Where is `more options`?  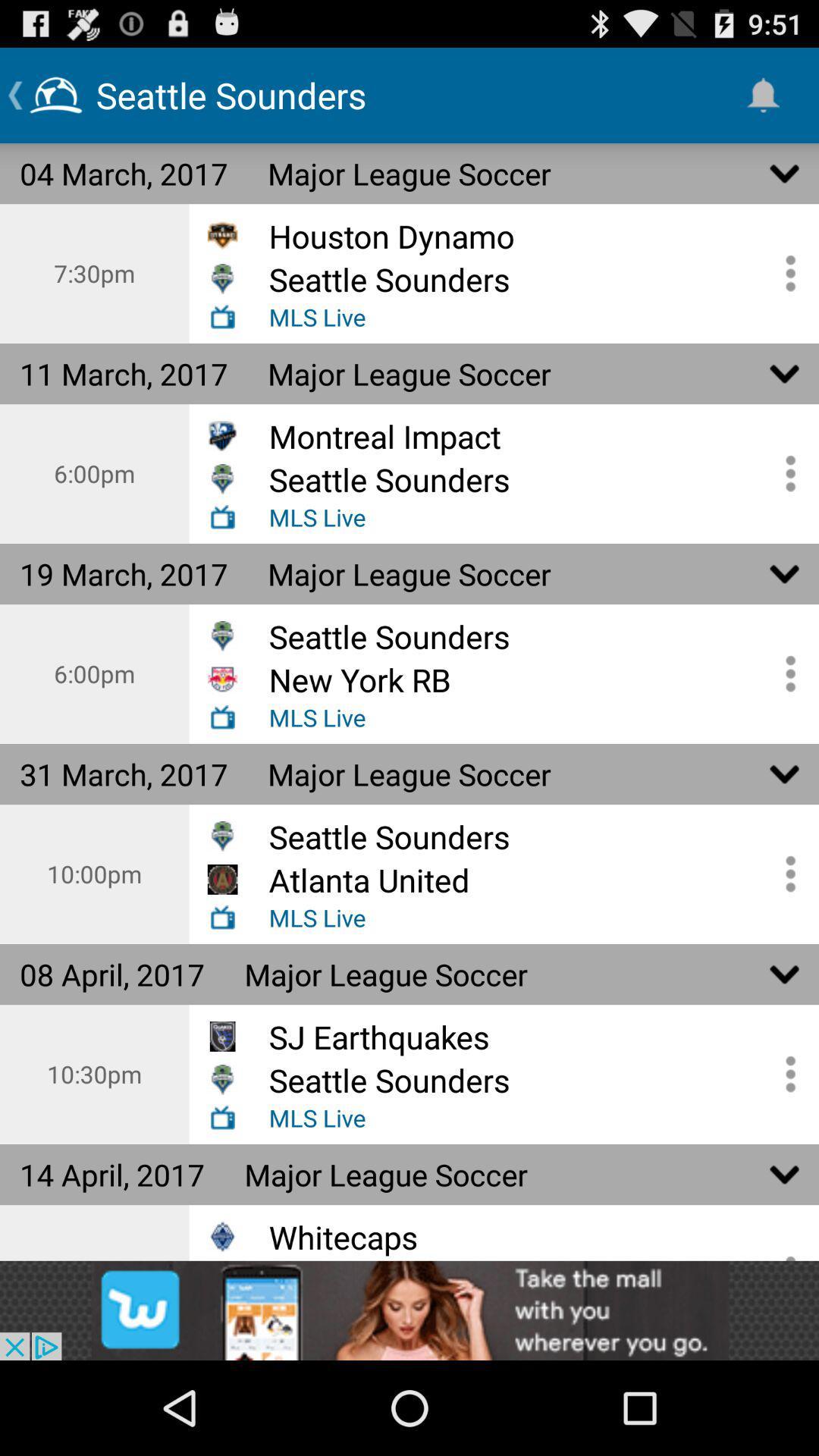 more options is located at coordinates (785, 874).